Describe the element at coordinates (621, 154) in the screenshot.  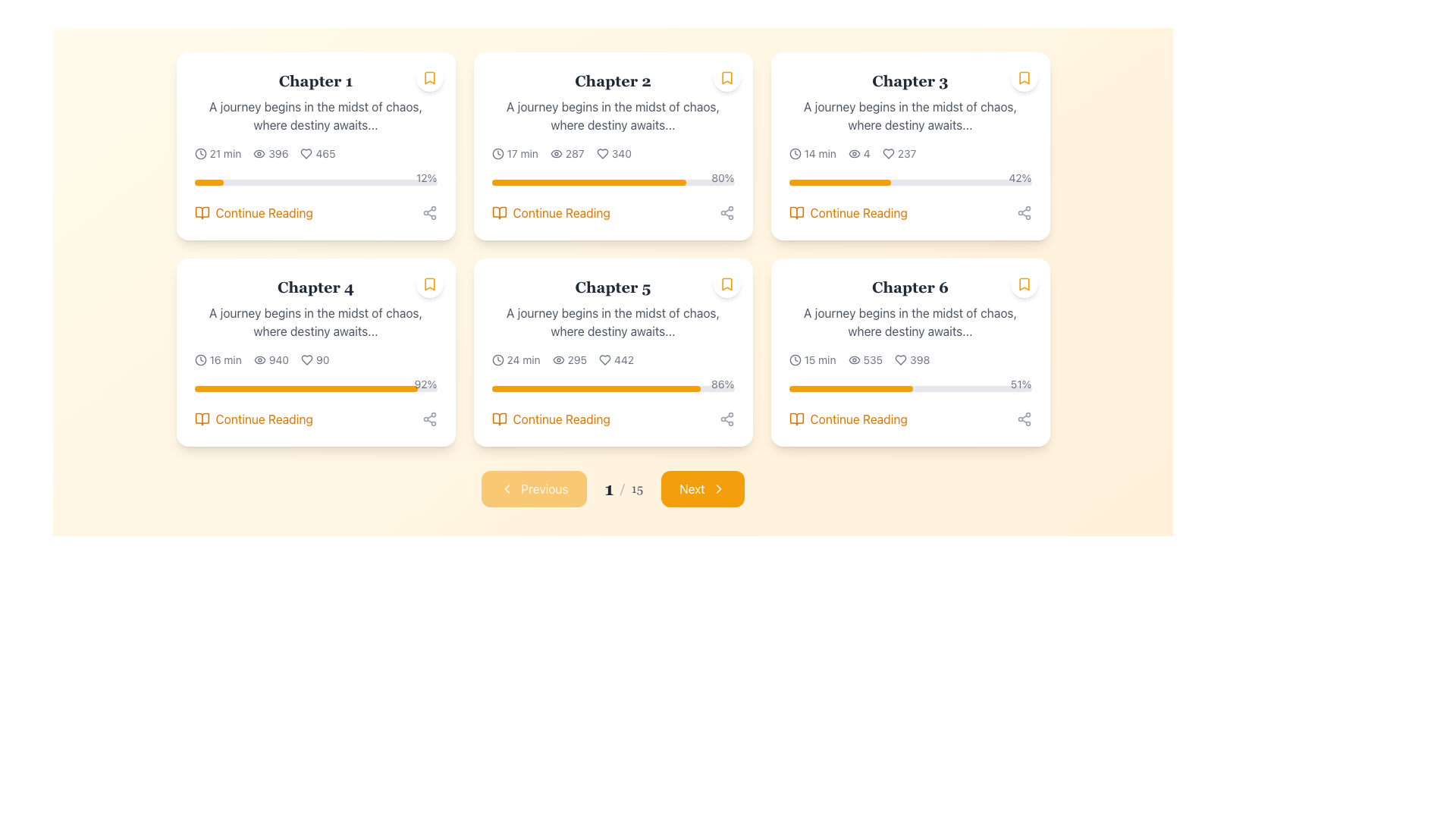
I see `numeric value displayed in the text label indicating the count of likes (340) associated with the heart icon in the second column of the 3-column grid, specifically within the card corresponding to 'Chapter 2'` at that location.